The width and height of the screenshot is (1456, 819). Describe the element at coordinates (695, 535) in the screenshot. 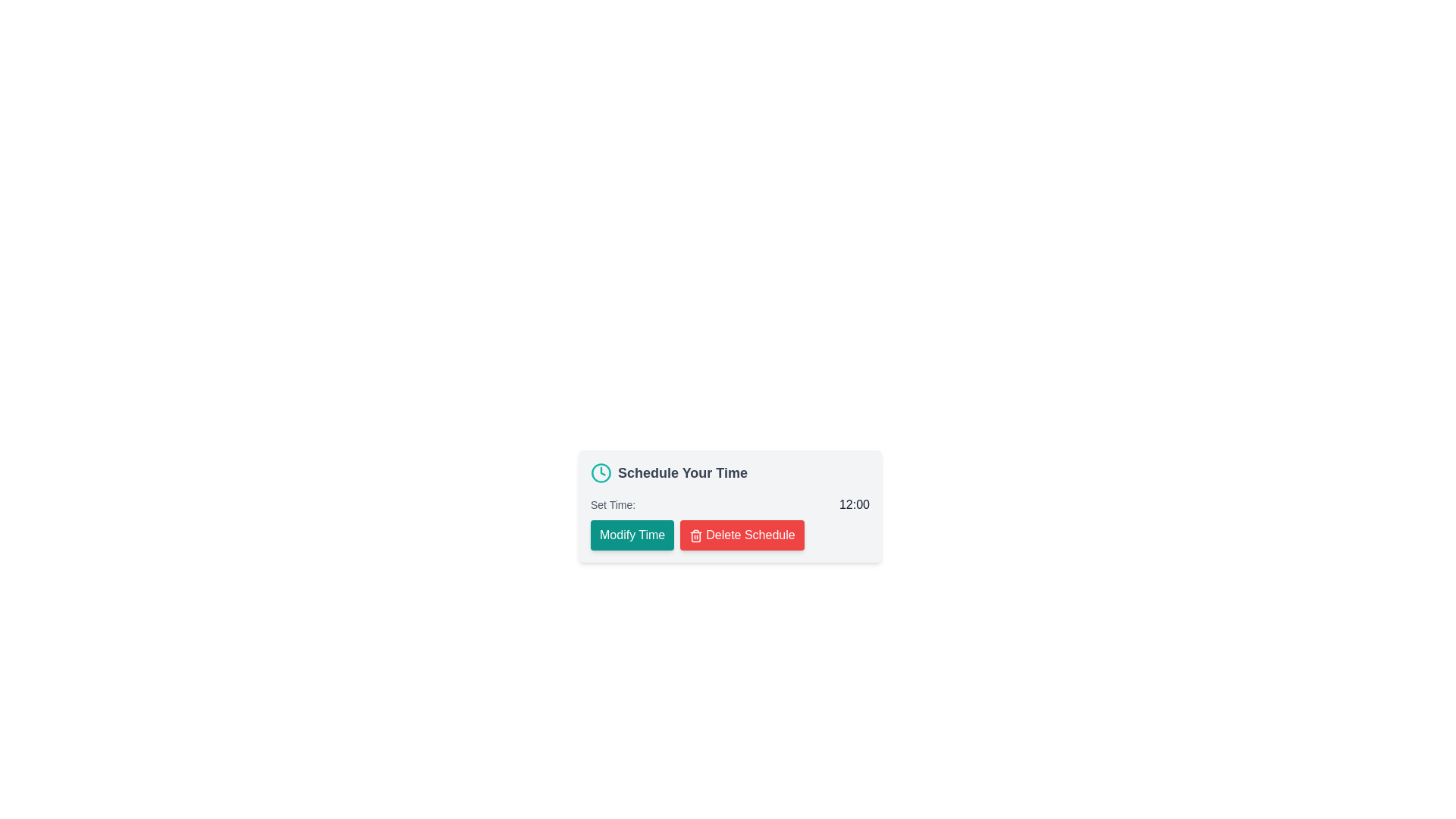

I see `the red button labeled 'Delete Schedule'` at that location.